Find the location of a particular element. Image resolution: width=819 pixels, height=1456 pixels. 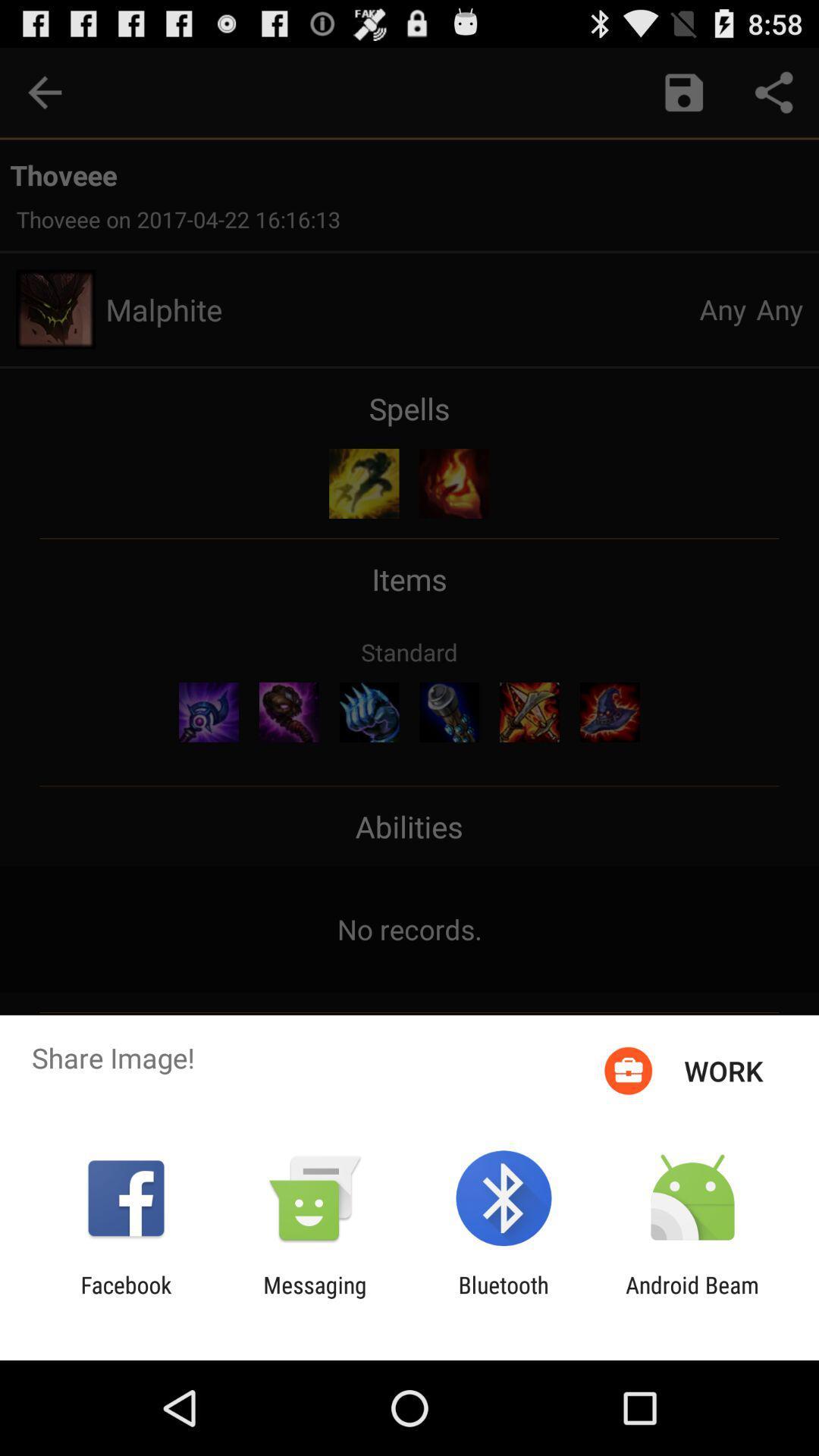

facebook icon is located at coordinates (125, 1298).